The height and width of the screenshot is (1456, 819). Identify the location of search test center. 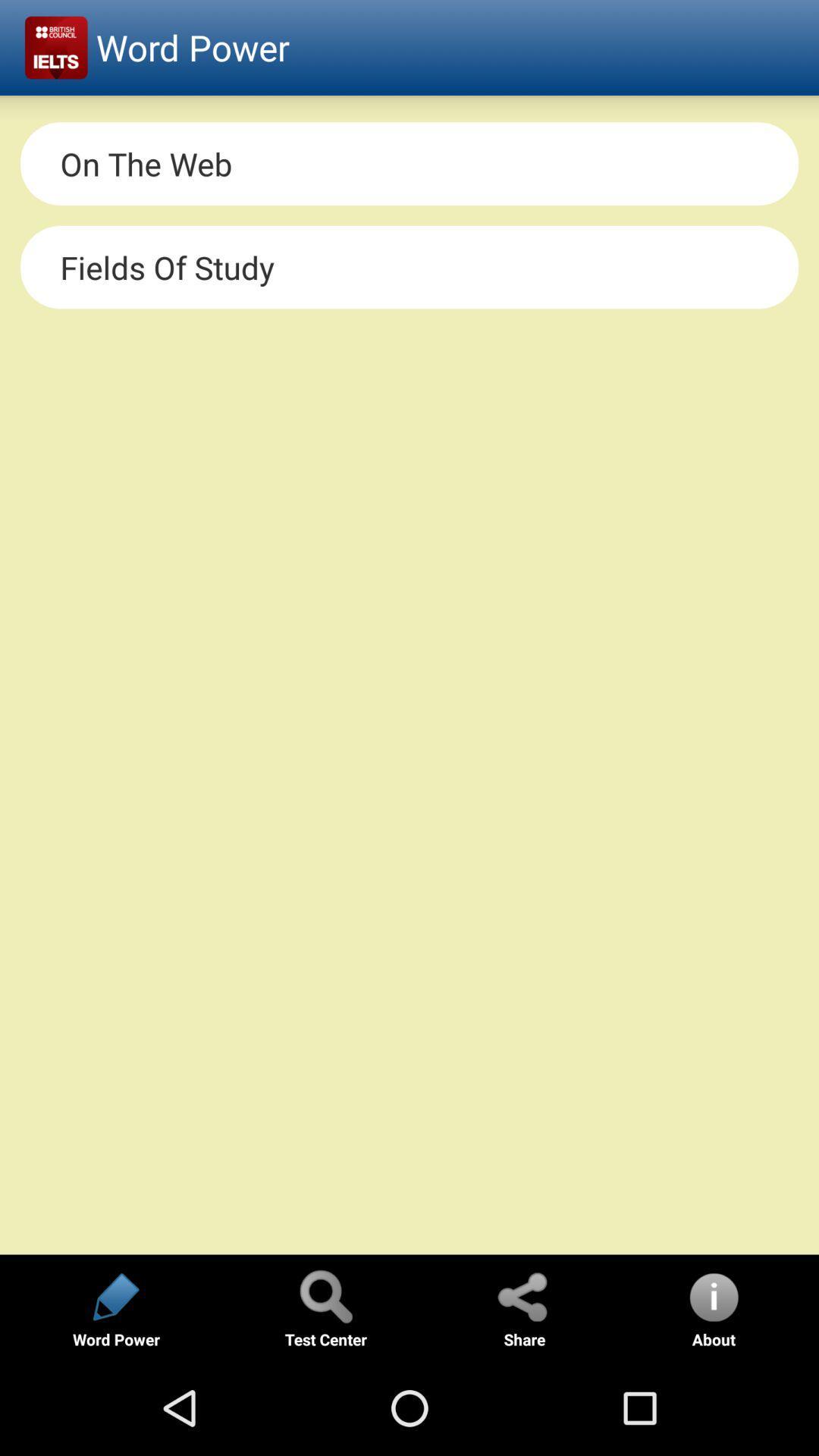
(325, 1295).